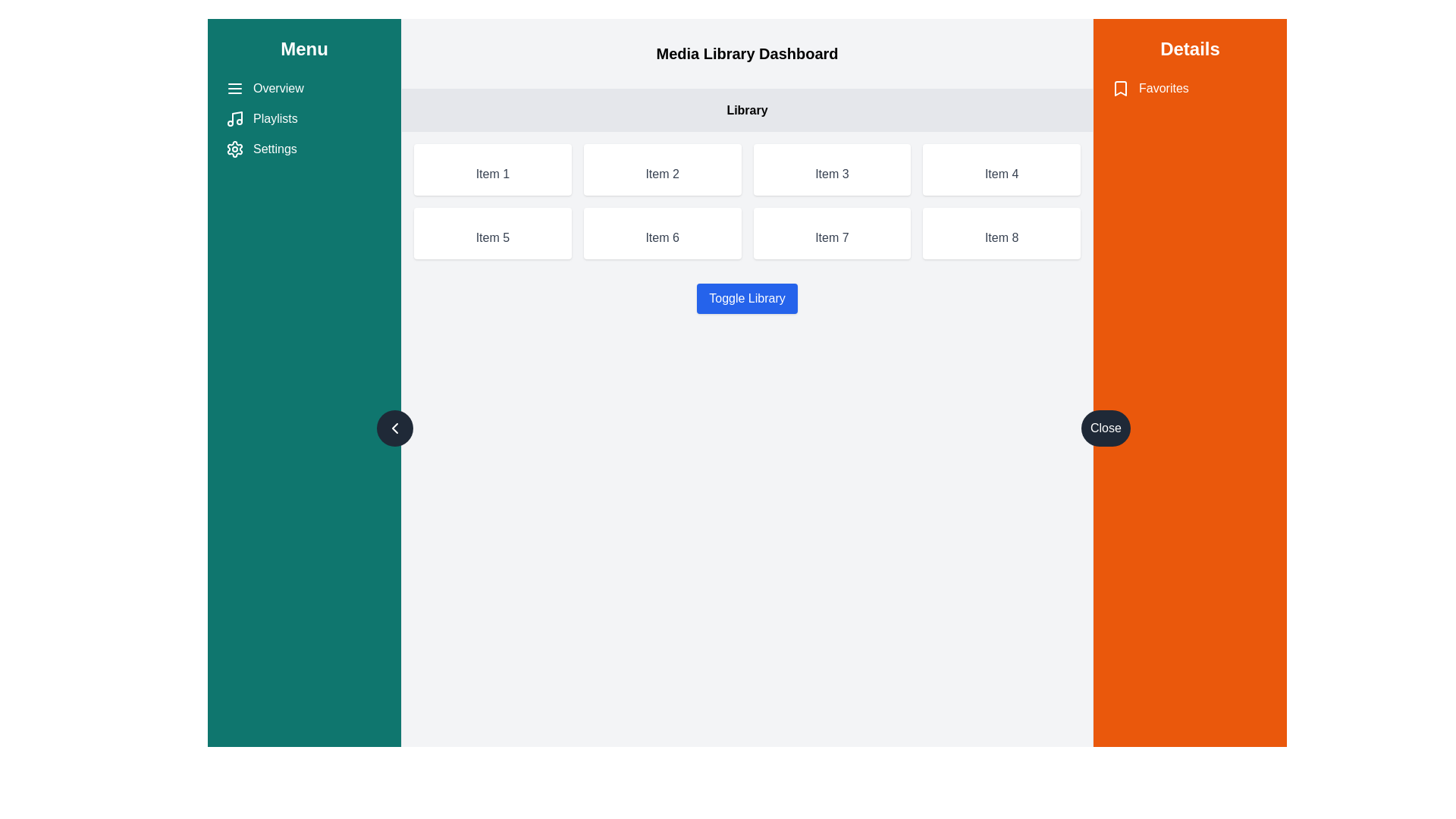  I want to click on the bold 'Details' text label located at the top of the orange sidebar on the right side of the interface, so click(1189, 49).